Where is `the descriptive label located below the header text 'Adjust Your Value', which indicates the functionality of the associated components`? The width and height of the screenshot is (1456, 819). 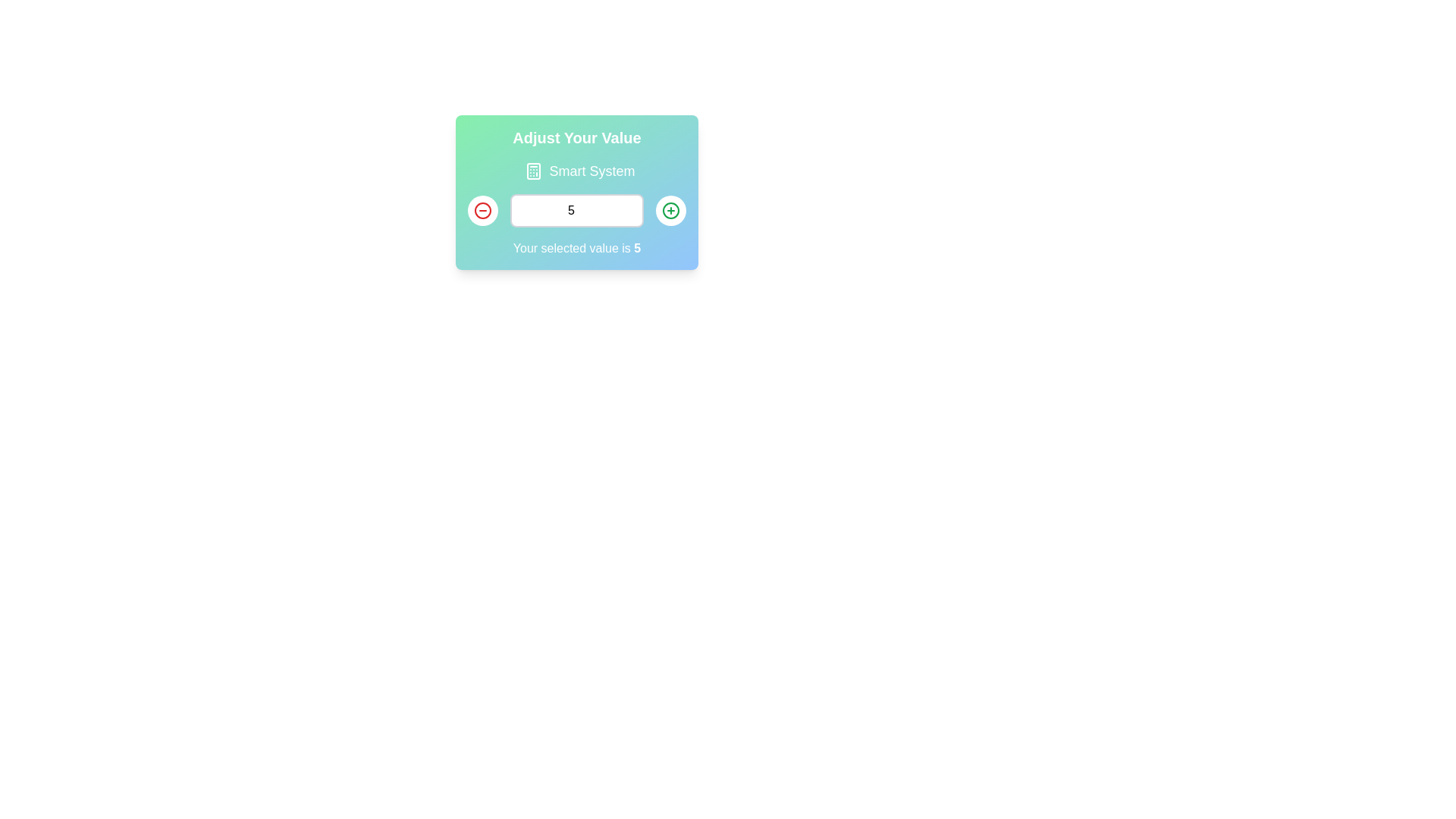
the descriptive label located below the header text 'Adjust Your Value', which indicates the functionality of the associated components is located at coordinates (576, 171).